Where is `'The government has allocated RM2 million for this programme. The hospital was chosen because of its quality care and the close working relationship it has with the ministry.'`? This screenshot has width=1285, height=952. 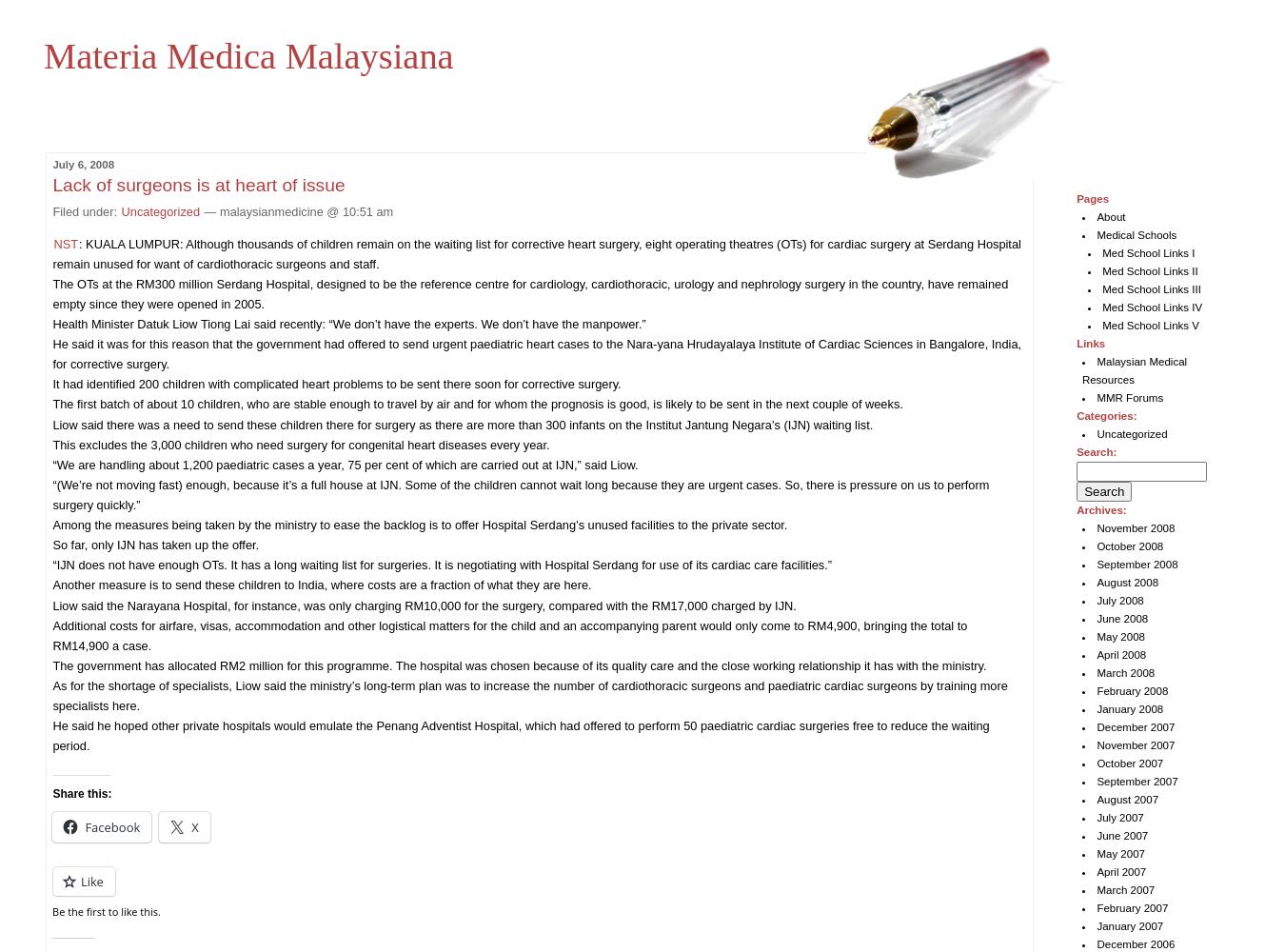 'The government has allocated RM2 million for this programme. The hospital was chosen because of its quality care and the close working relationship it has with the ministry.' is located at coordinates (518, 664).